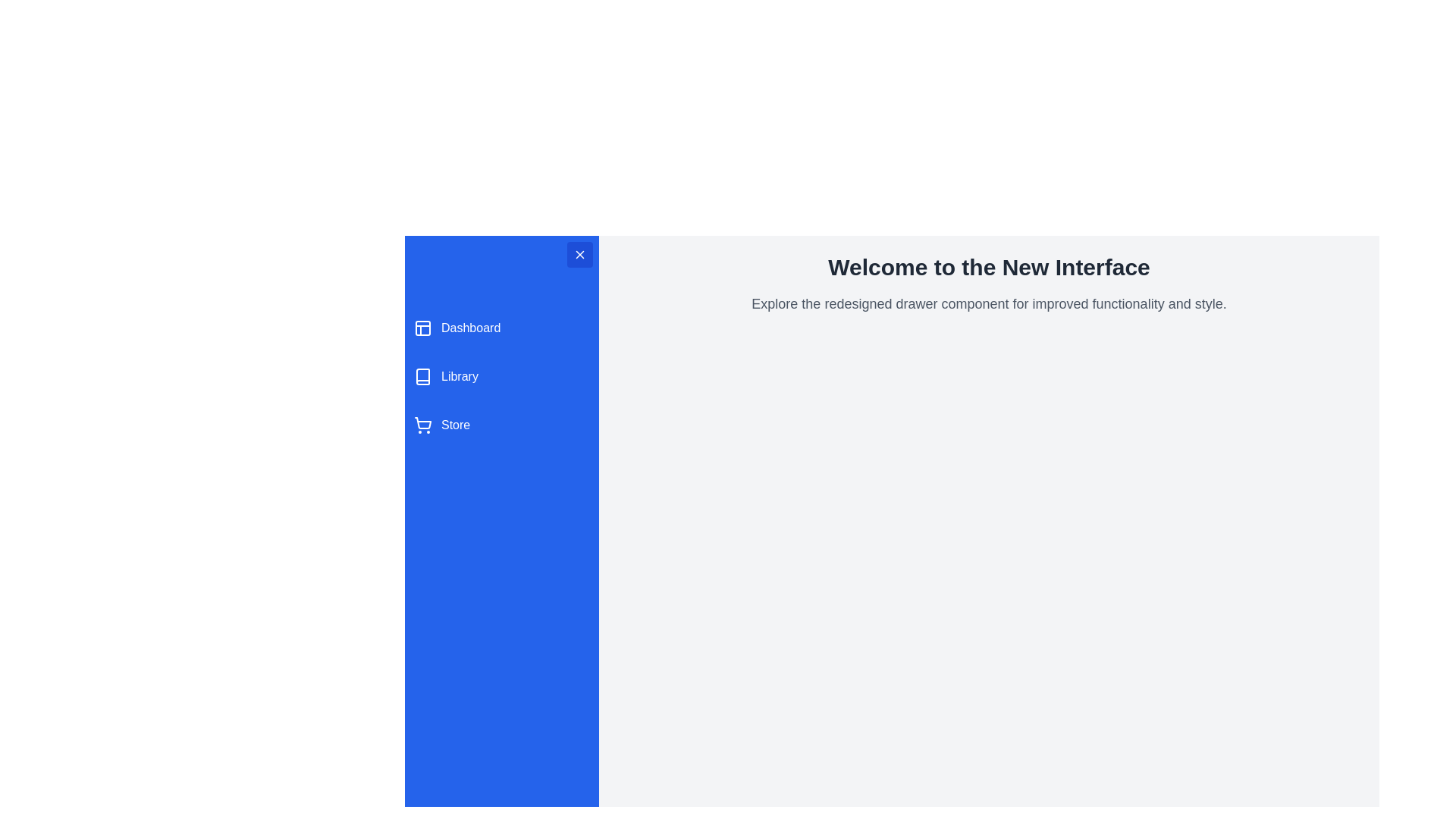 Image resolution: width=1456 pixels, height=819 pixels. I want to click on the 'X' icon with a blue circular background in the upper right corner of the blue sidebar, so click(579, 253).